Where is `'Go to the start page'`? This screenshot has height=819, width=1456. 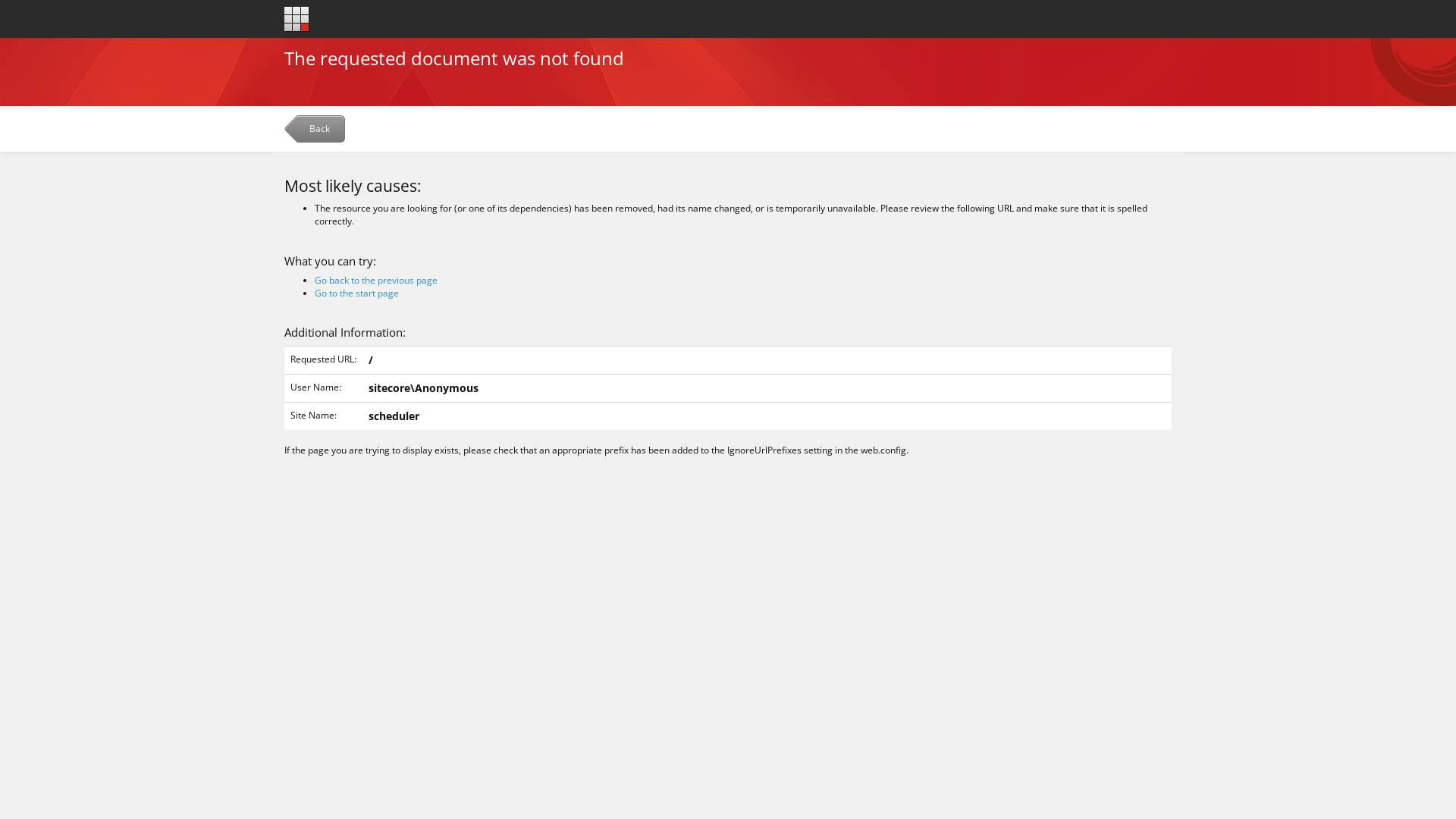
'Go to the start page' is located at coordinates (356, 293).